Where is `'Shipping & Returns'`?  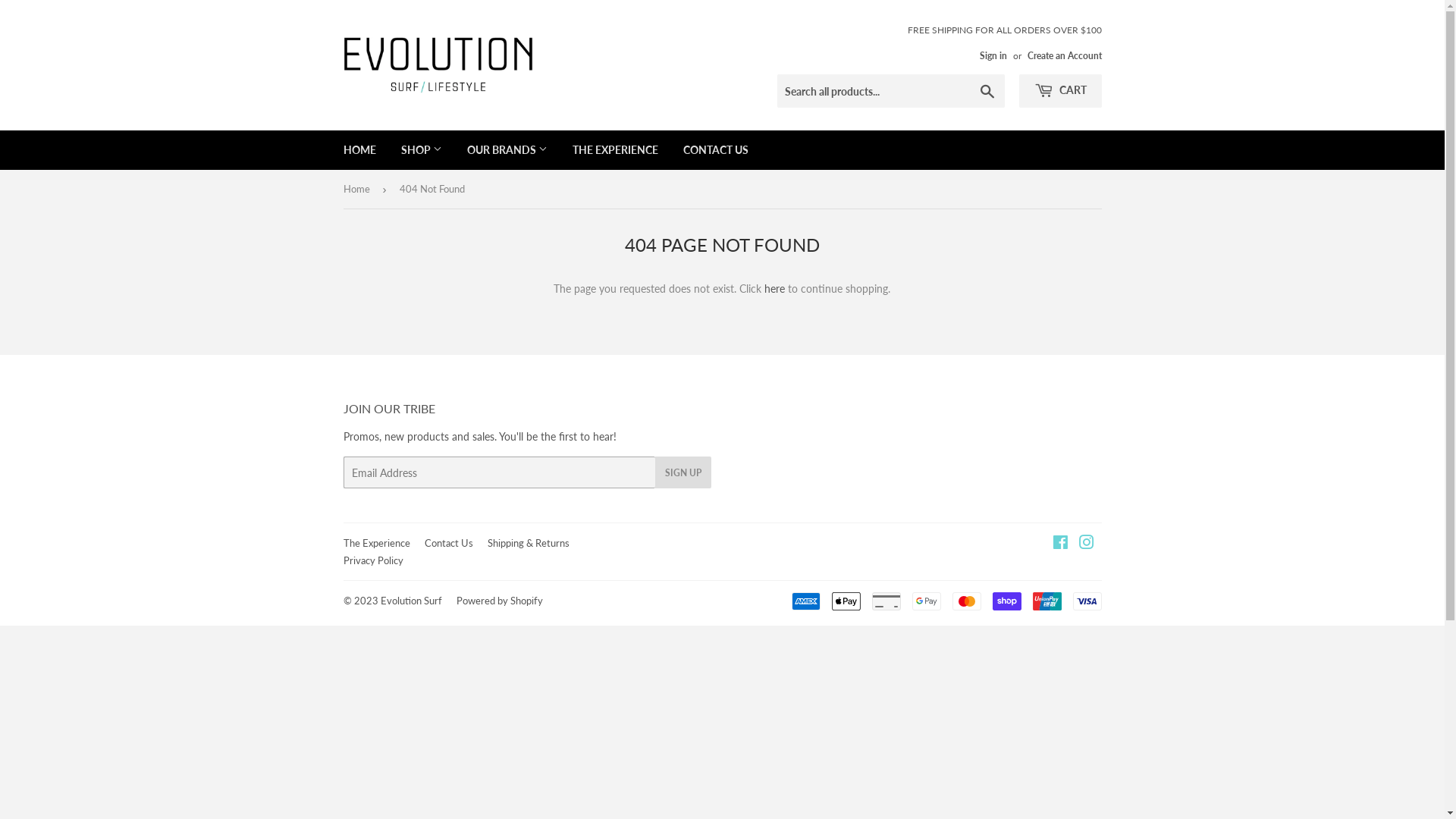 'Shipping & Returns' is located at coordinates (528, 542).